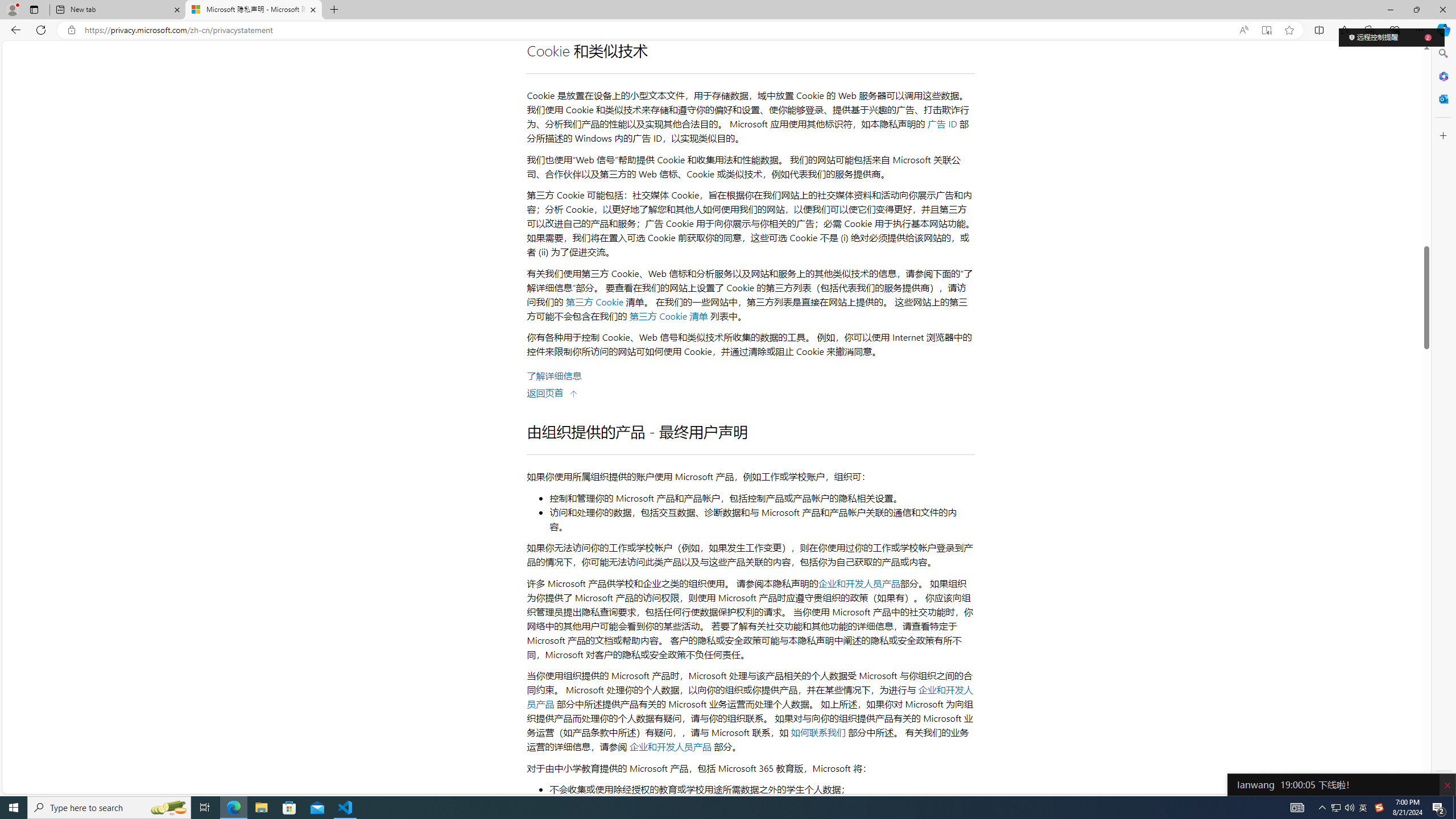 The width and height of the screenshot is (1456, 819). What do you see at coordinates (1266, 30) in the screenshot?
I see `'Enter Immersive Reader (F9)'` at bounding box center [1266, 30].